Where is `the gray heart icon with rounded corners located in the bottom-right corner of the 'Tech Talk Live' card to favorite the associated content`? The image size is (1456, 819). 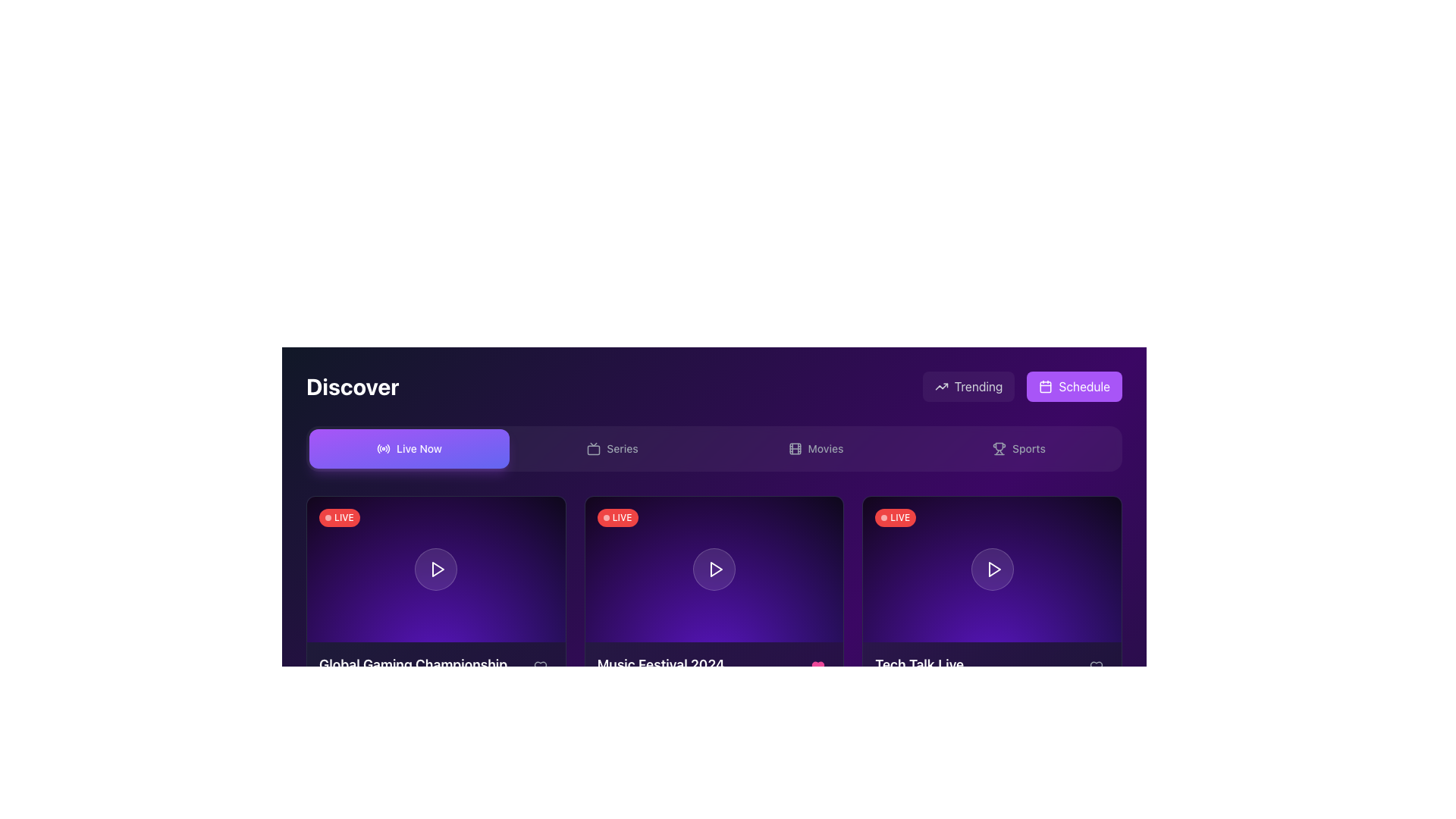 the gray heart icon with rounded corners located in the bottom-right corner of the 'Tech Talk Live' card to favorite the associated content is located at coordinates (1096, 666).